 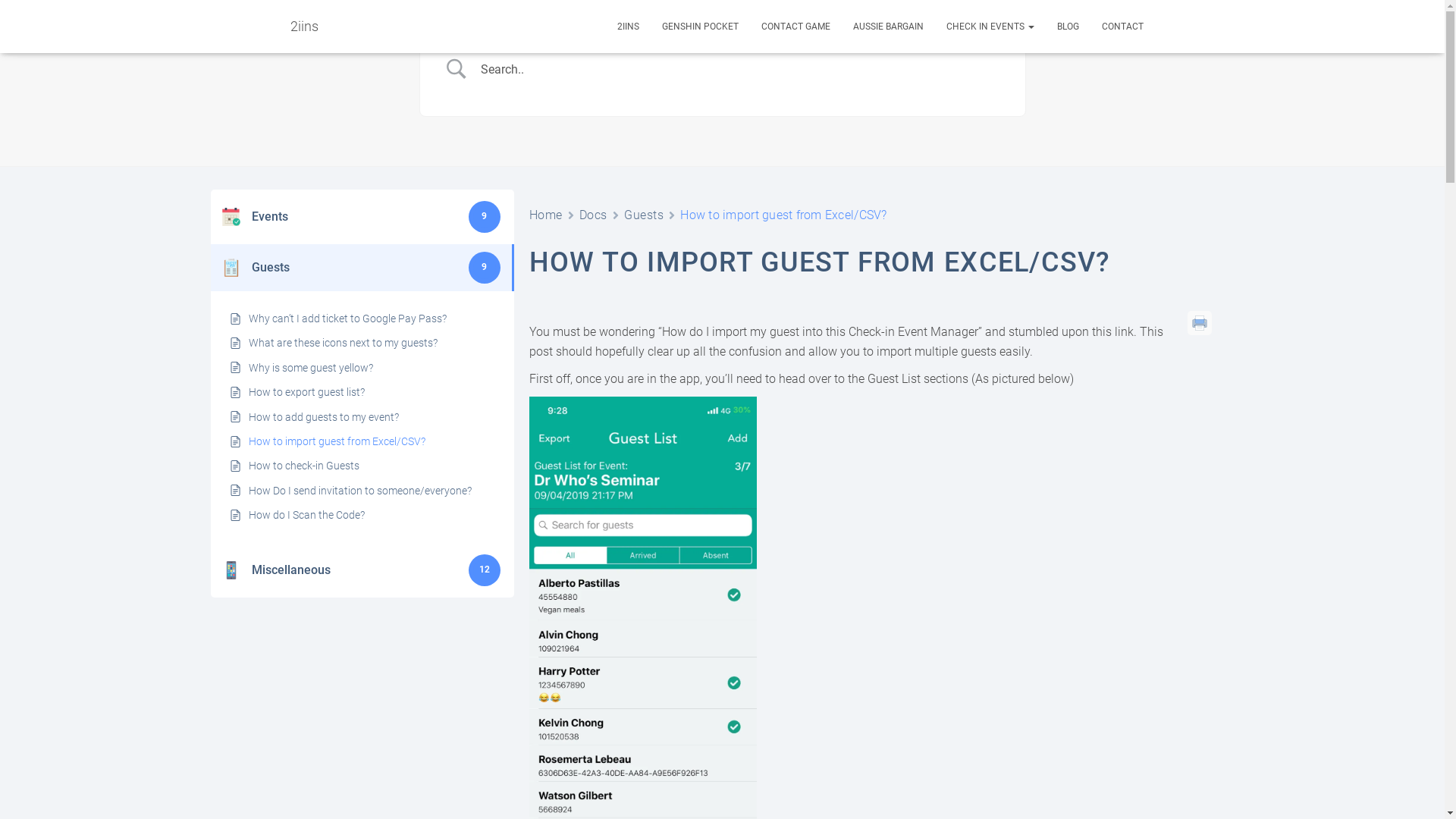 What do you see at coordinates (990, 26) in the screenshot?
I see `'CHECK IN EVENTS'` at bounding box center [990, 26].